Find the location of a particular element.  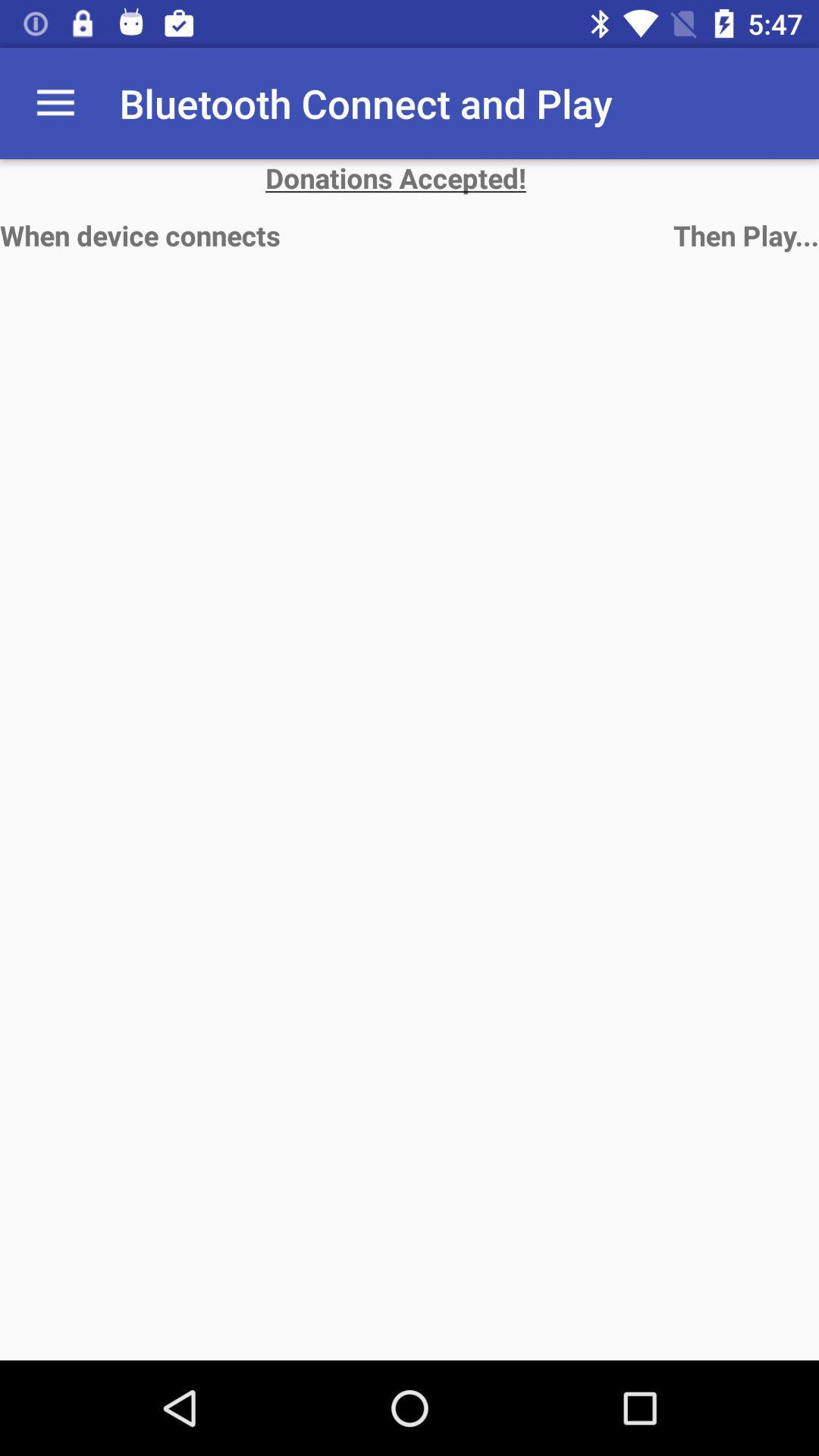

the item to the left of bluetooth connect and icon is located at coordinates (55, 102).